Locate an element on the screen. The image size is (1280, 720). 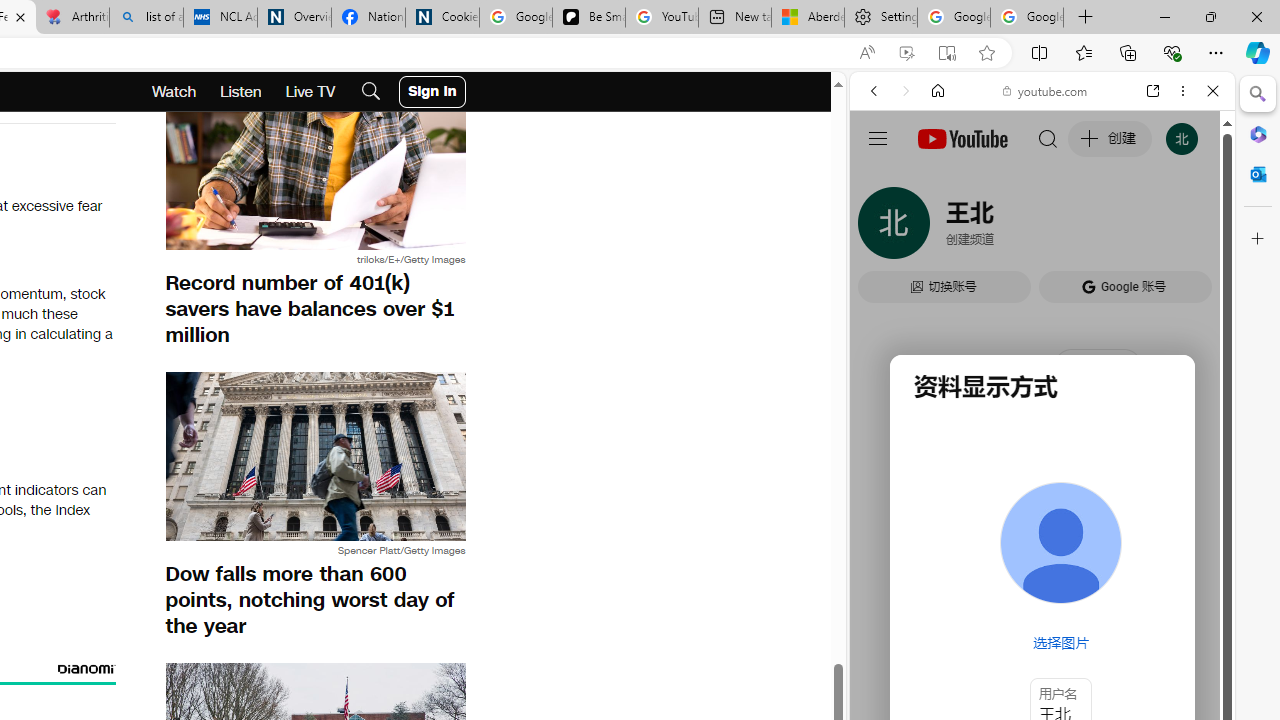
'Aberdeen, Hong Kong SAR hourly forecast | Microsoft Weather' is located at coordinates (807, 17).